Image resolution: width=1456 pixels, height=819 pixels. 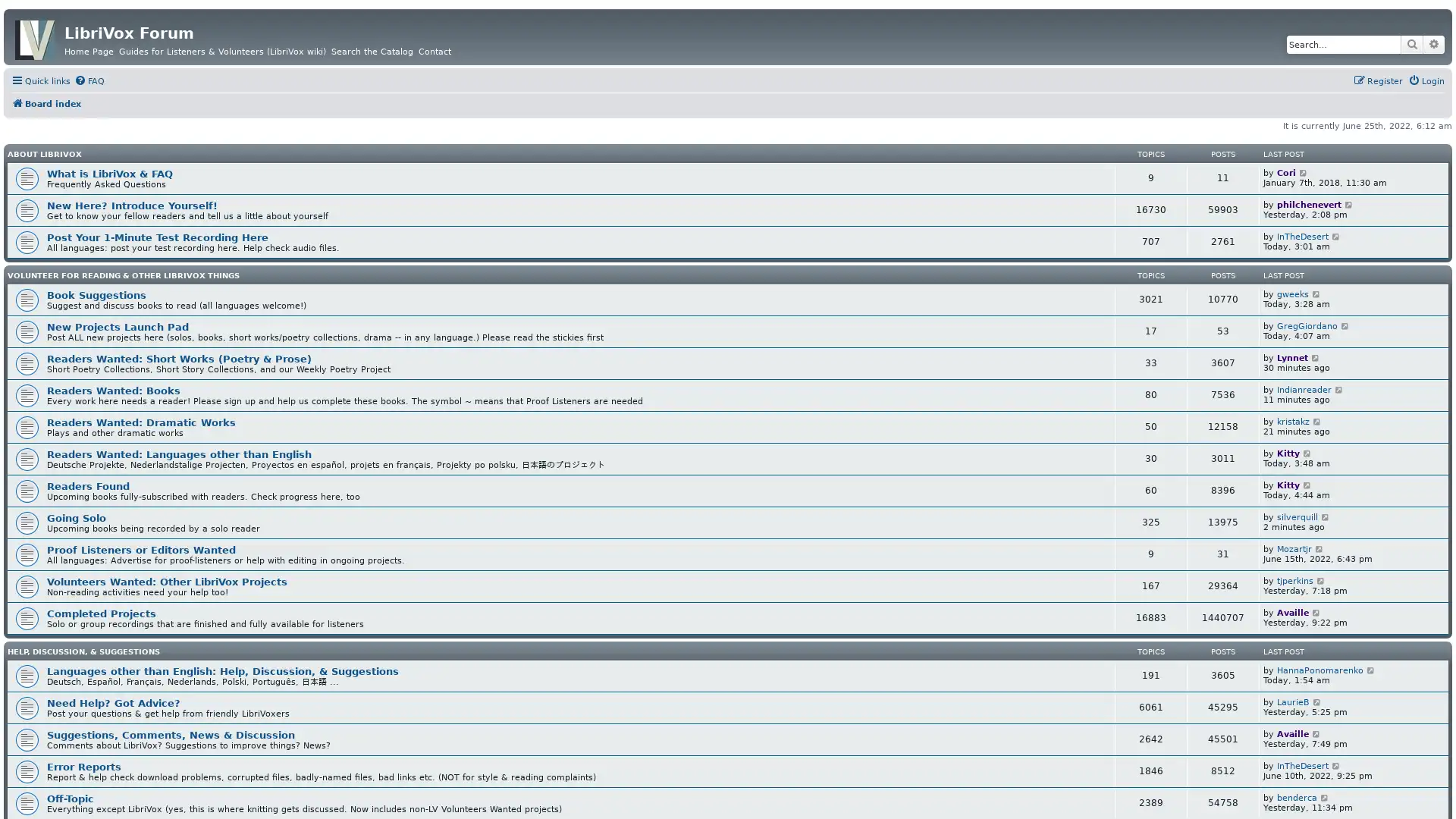 I want to click on Search, so click(x=1411, y=43).